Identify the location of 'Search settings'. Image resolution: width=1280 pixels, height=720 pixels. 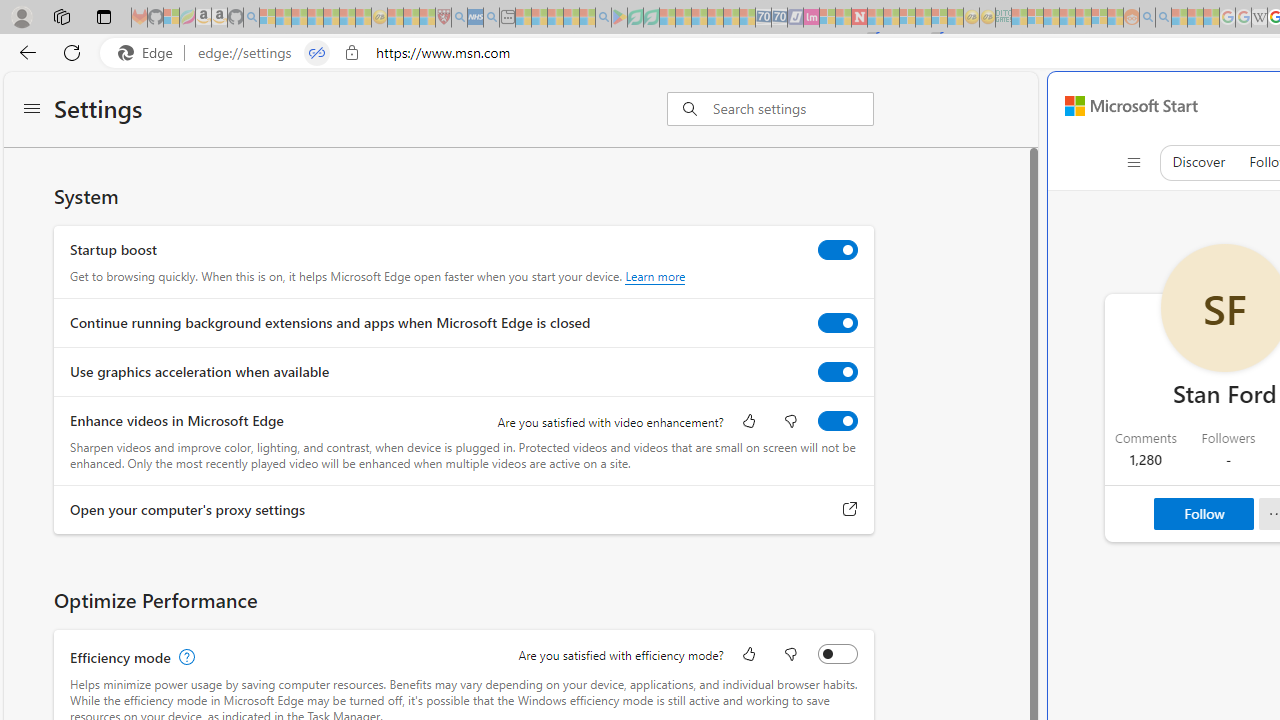
(791, 109).